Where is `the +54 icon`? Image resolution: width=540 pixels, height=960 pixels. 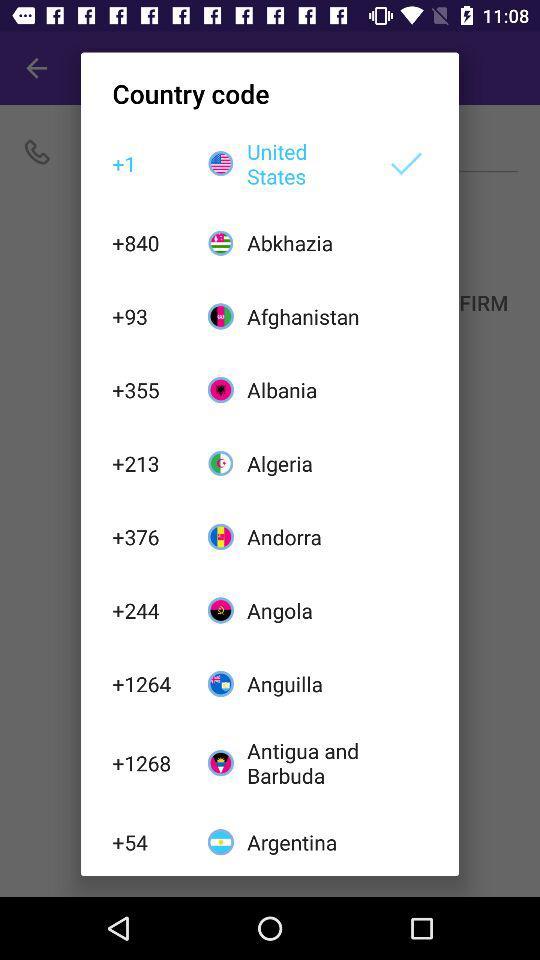
the +54 icon is located at coordinates (148, 841).